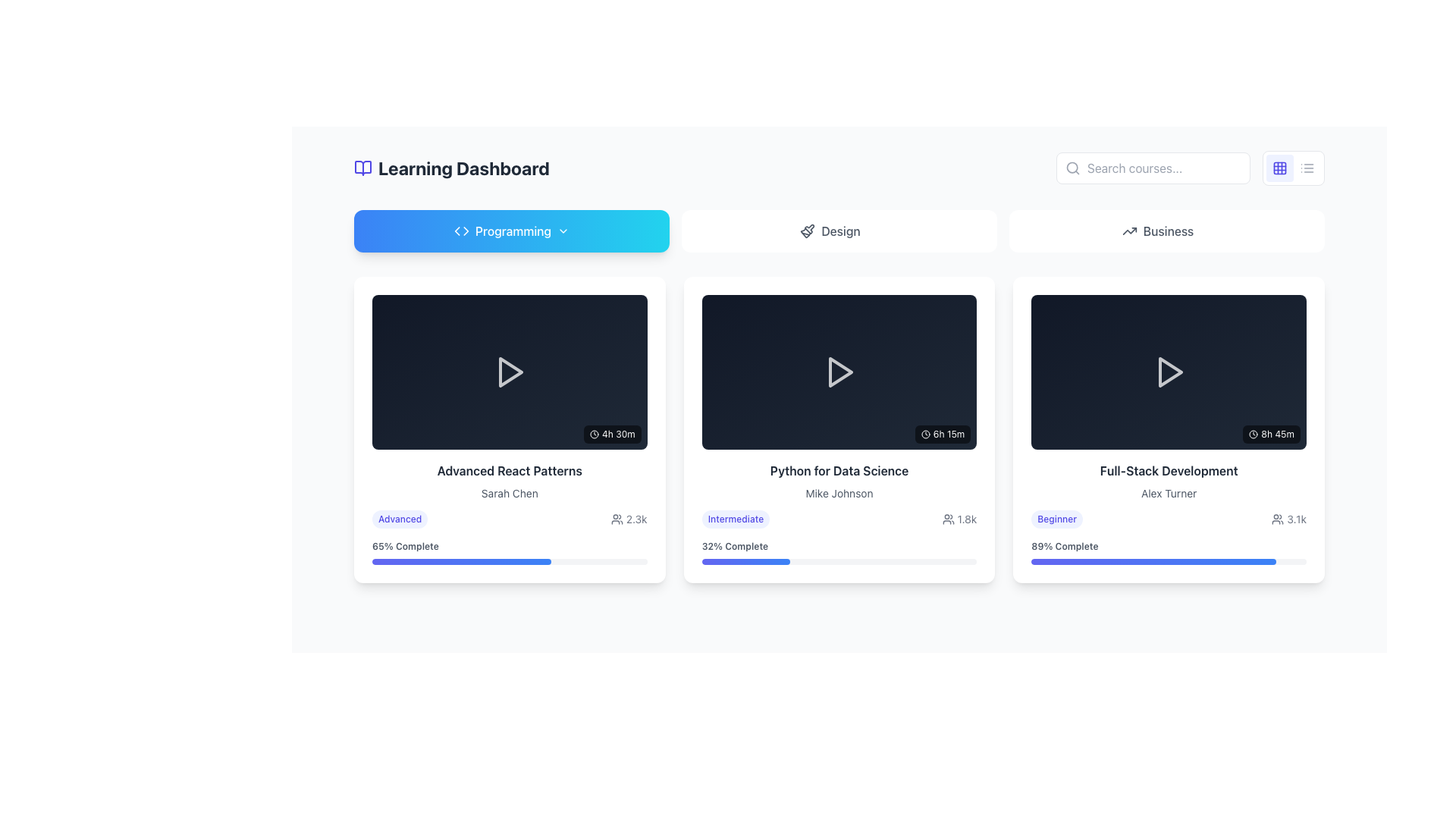  Describe the element at coordinates (612, 434) in the screenshot. I see `the informative label displaying the course duration for the 'Advanced React Patterns' course, which includes a clock icon and is located at the bottom-right corner of the course card` at that location.